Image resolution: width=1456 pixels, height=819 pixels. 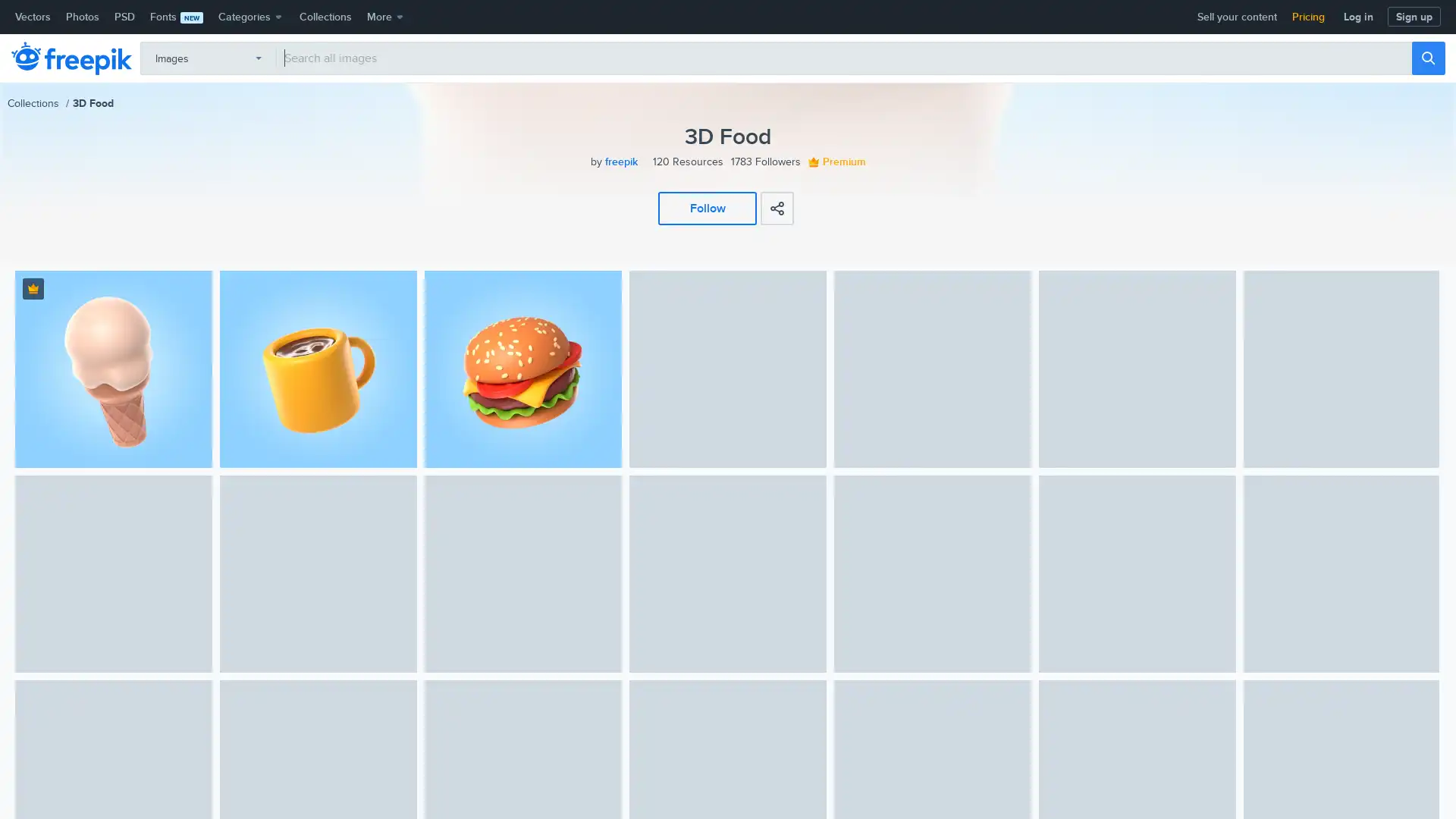 What do you see at coordinates (1061, 786) in the screenshot?
I see `Do Not Sell My Personal Information` at bounding box center [1061, 786].